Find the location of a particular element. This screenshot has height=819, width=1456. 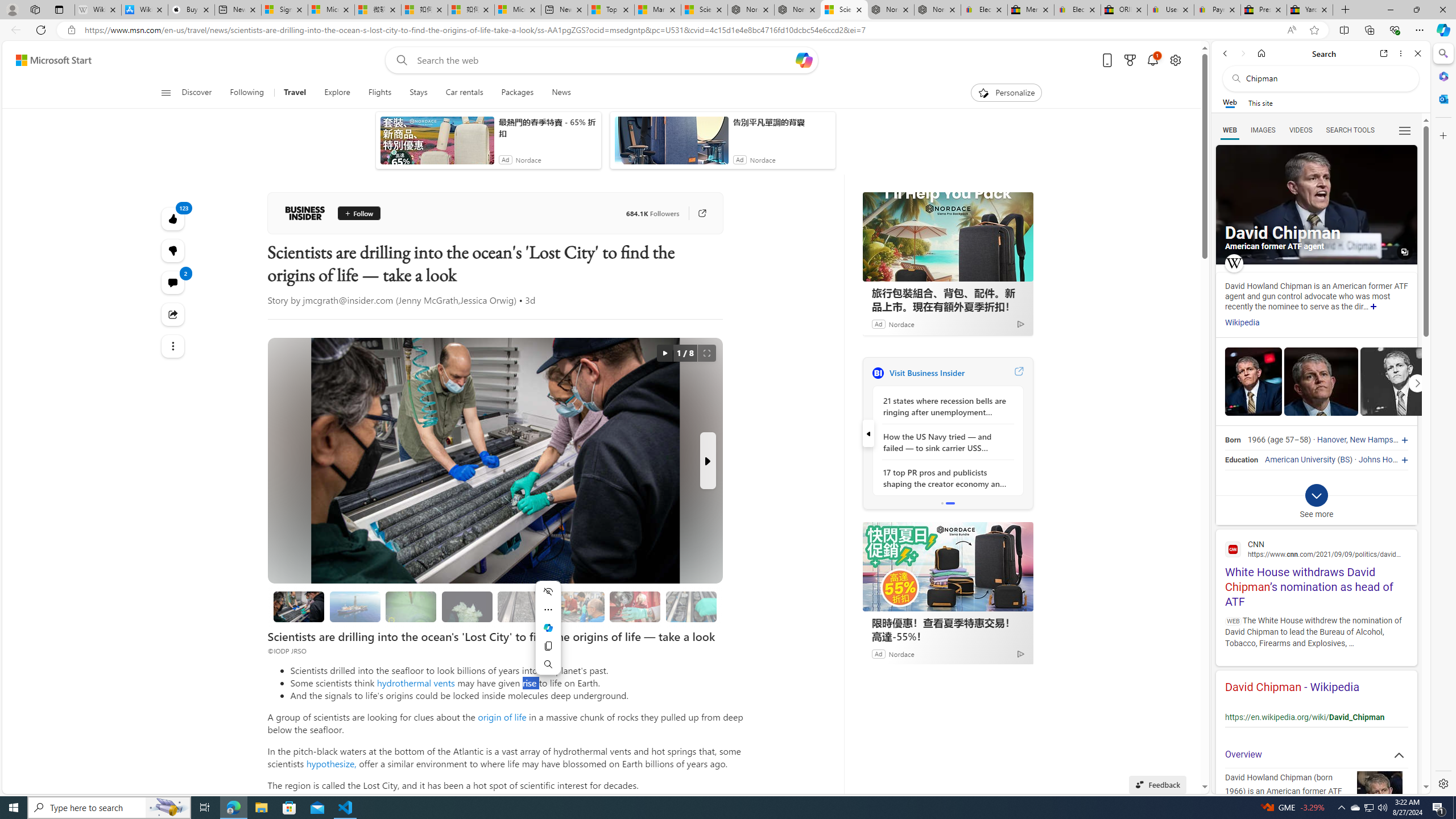

'Looking for evidence of oxygen-free life' is located at coordinates (579, 606).